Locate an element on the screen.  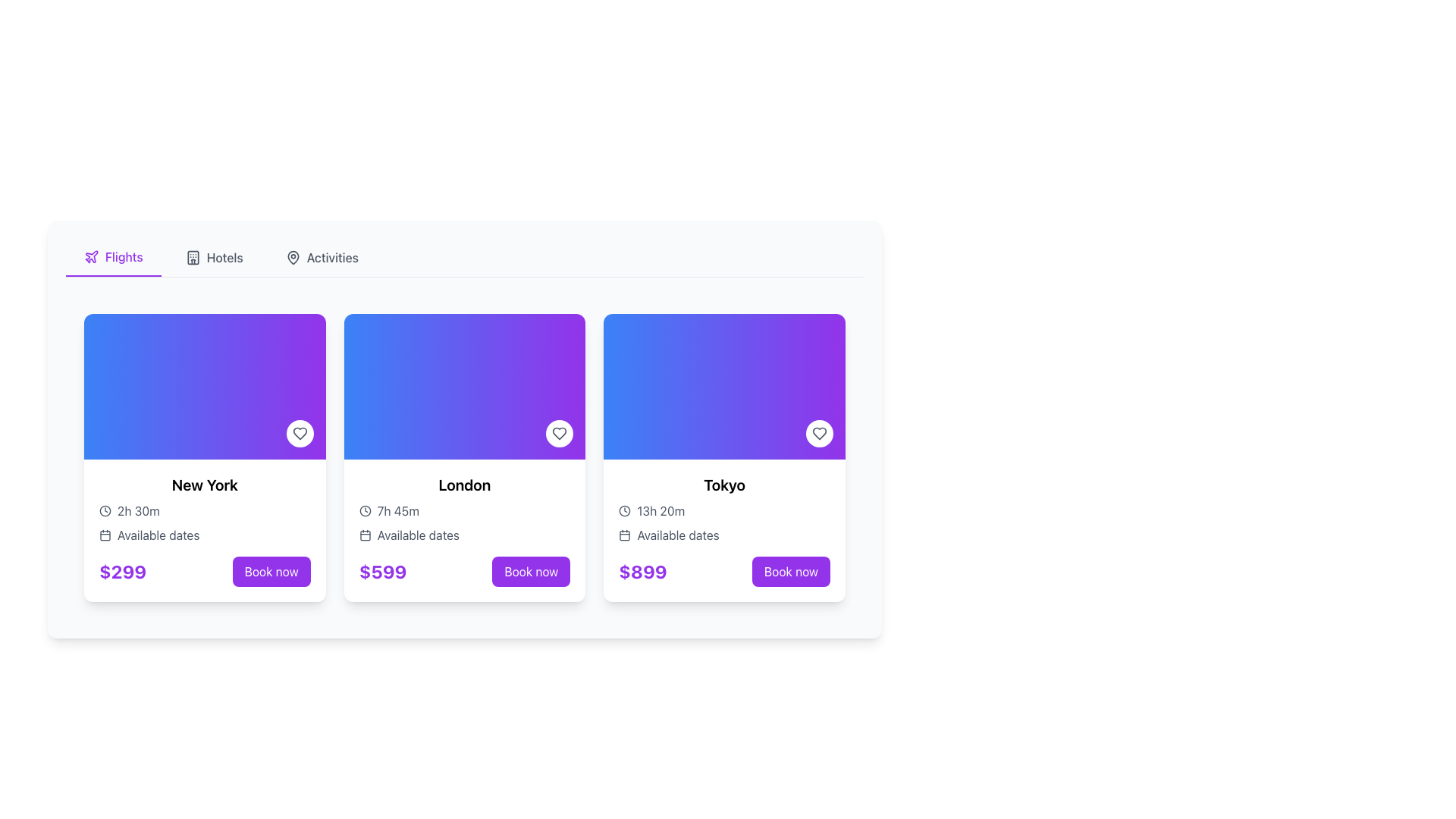
the text displaying '2h 30m' in a gray-styled font, positioned next to the clock icon under the 'New York' card is located at coordinates (138, 511).